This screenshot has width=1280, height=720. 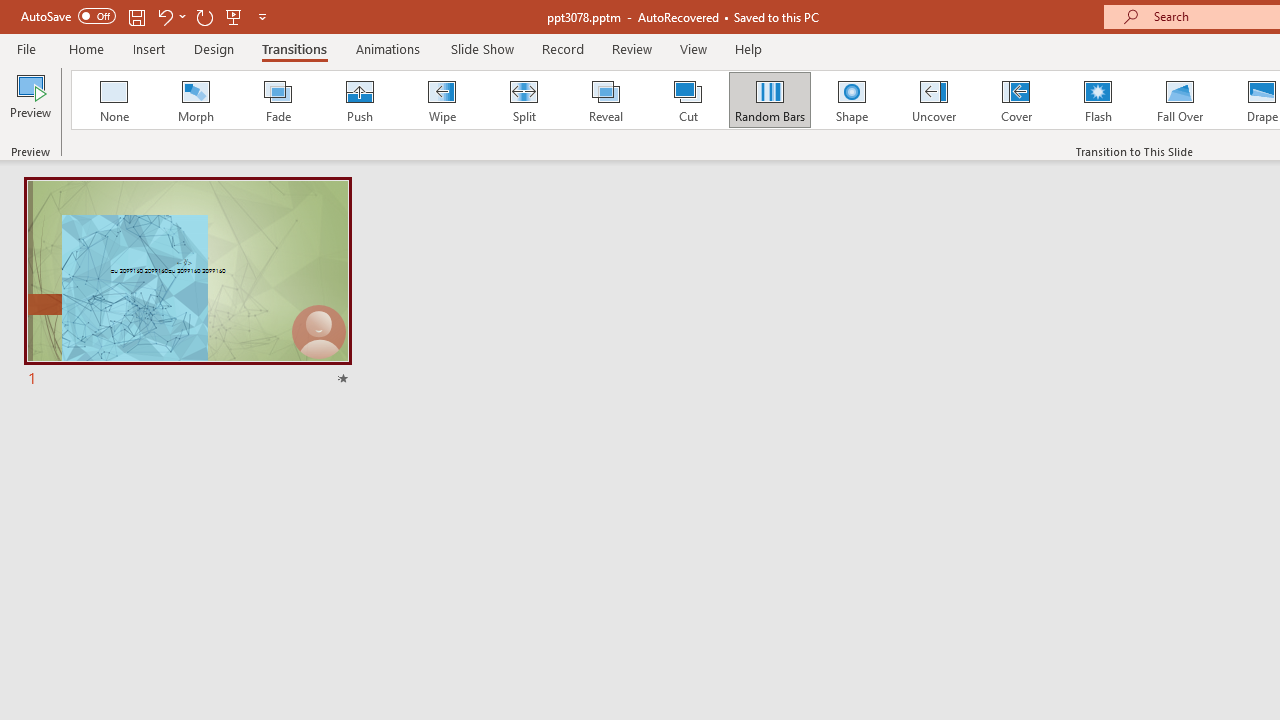 What do you see at coordinates (1097, 100) in the screenshot?
I see `'Flash'` at bounding box center [1097, 100].